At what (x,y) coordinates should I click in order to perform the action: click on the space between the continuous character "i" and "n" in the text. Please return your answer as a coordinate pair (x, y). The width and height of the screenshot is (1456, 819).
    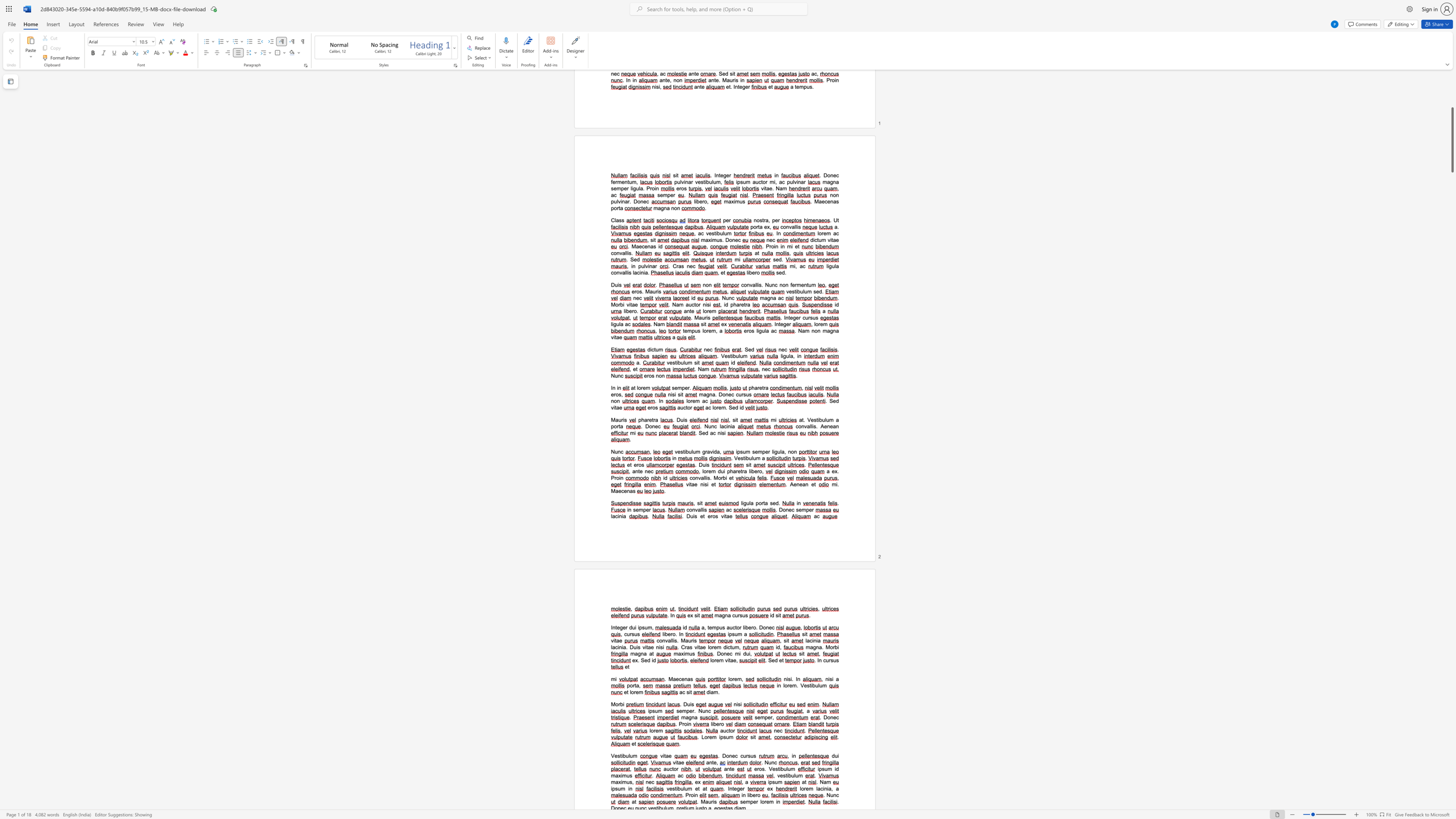
    Looking at the image, I should click on (824, 788).